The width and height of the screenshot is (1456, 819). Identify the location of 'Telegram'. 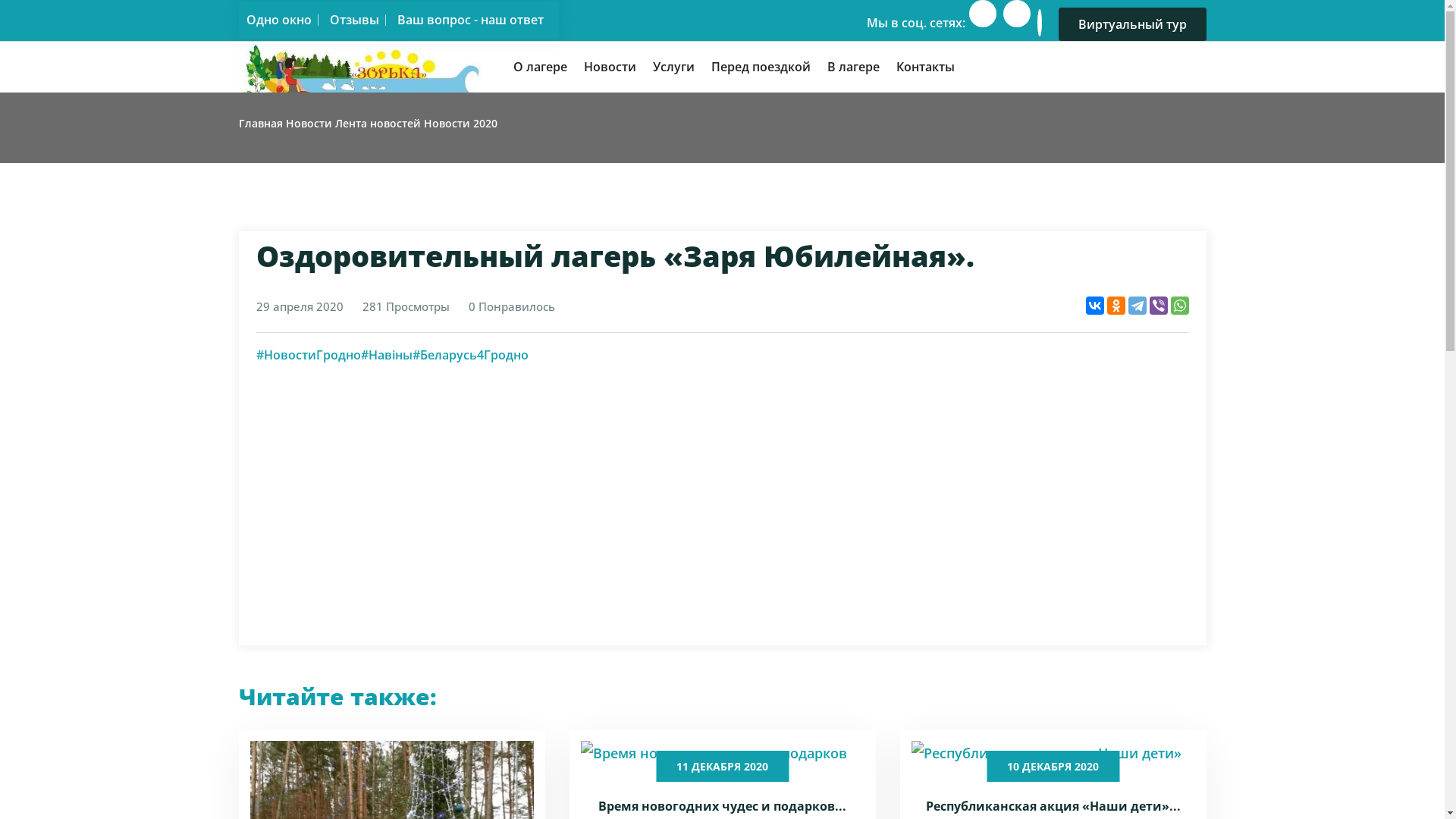
(1137, 305).